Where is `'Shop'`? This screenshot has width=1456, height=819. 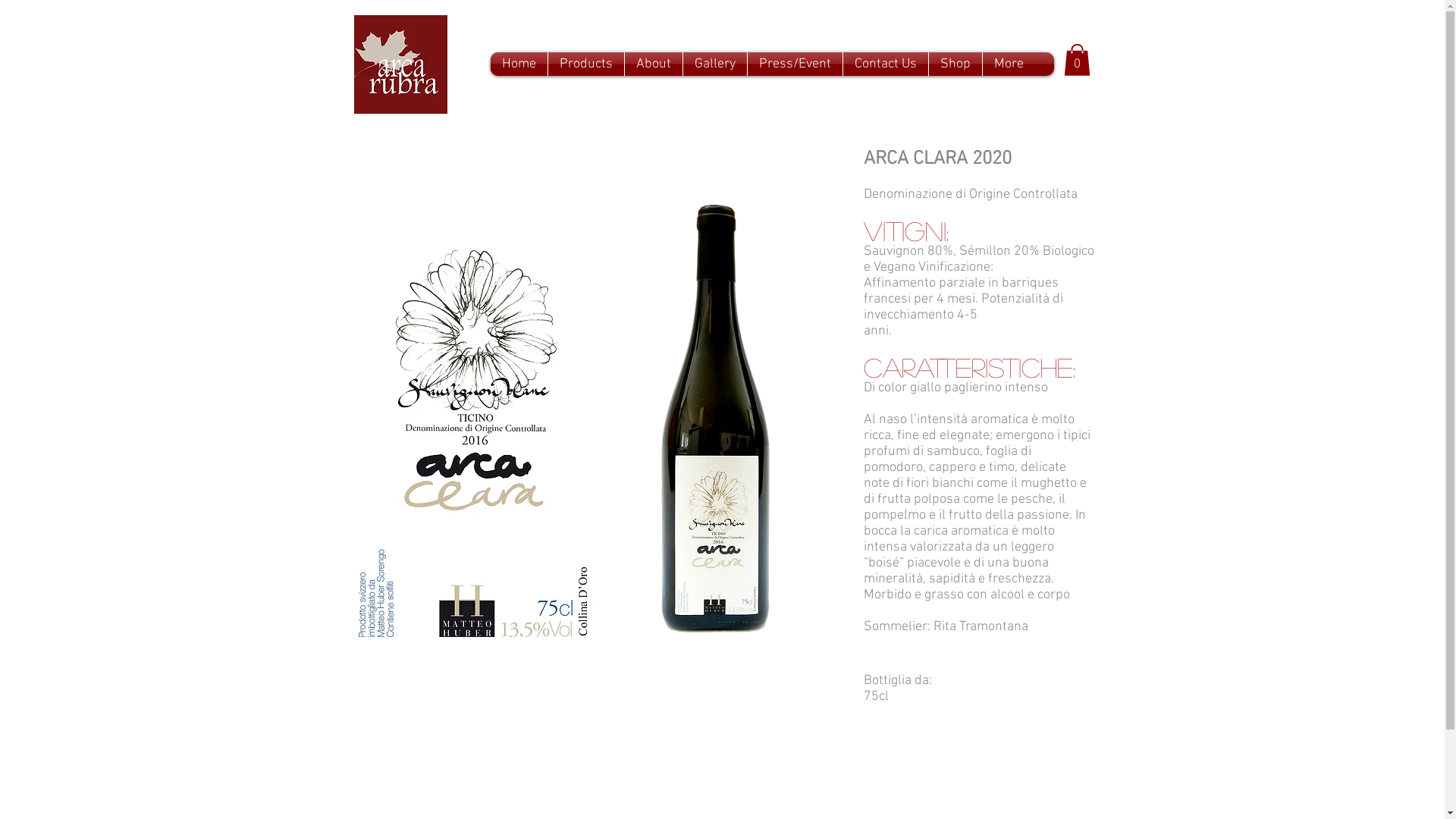 'Shop' is located at coordinates (953, 63).